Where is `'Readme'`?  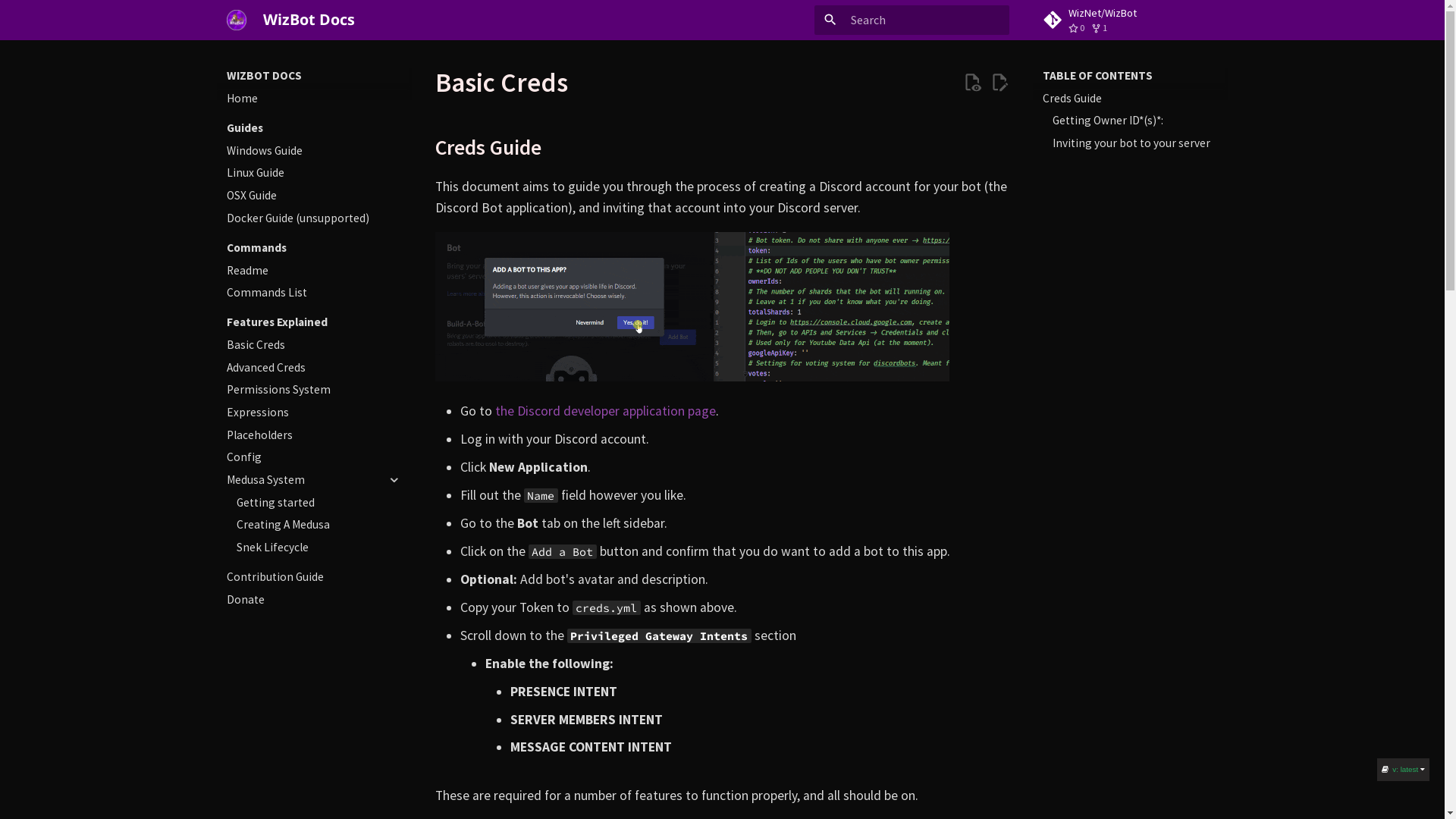
'Readme' is located at coordinates (225, 270).